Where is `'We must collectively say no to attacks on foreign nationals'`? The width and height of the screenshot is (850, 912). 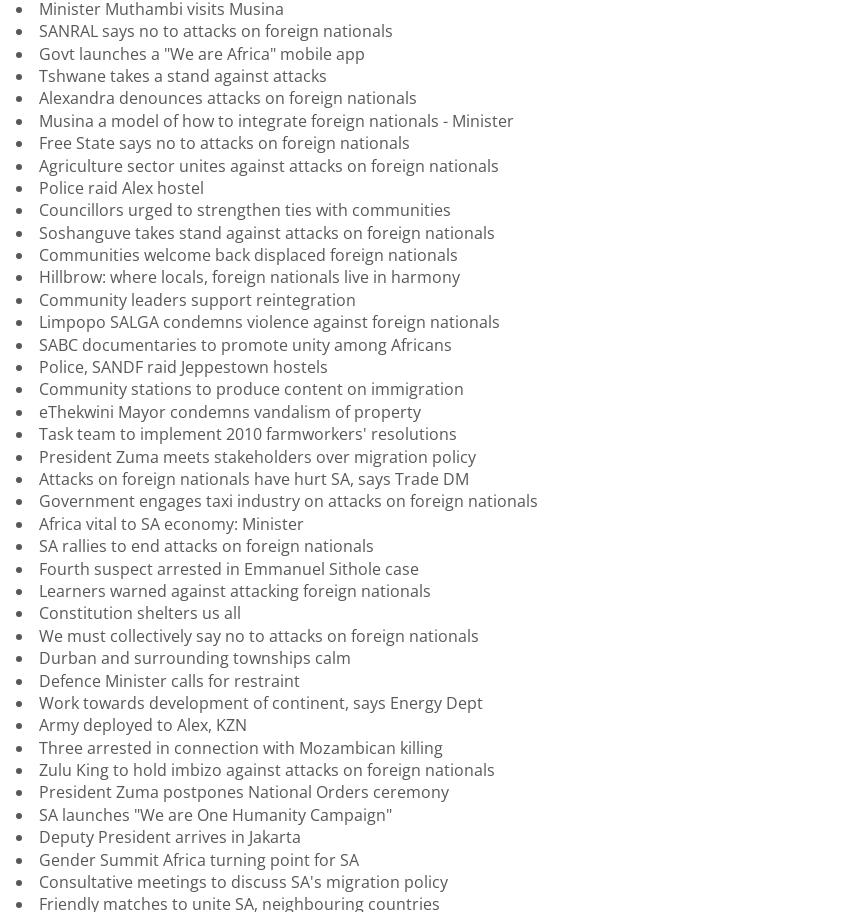 'We must collectively say no to attacks on foreign nationals' is located at coordinates (257, 635).